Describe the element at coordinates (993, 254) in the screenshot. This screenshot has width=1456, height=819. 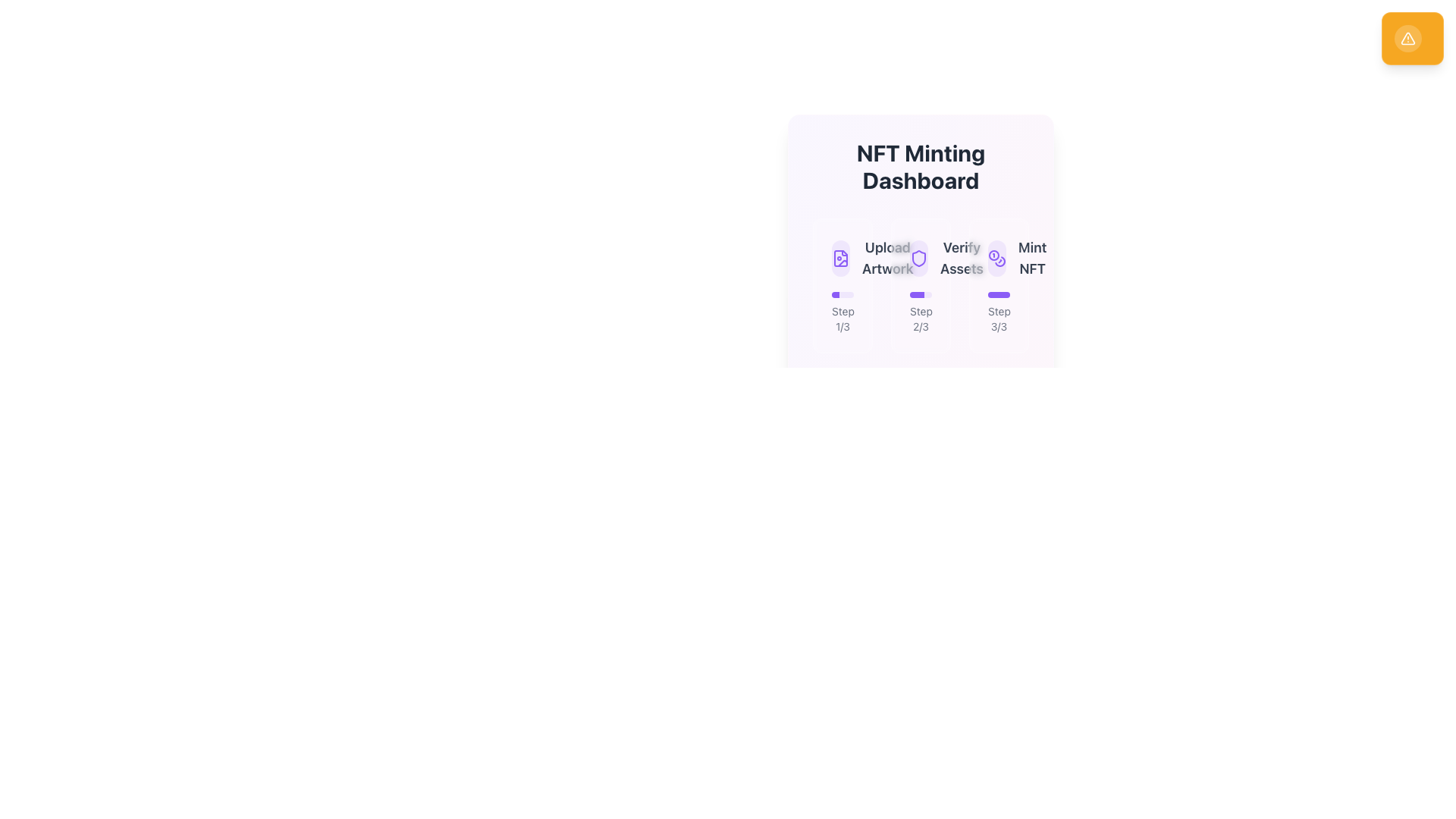
I see `the circular decorative SVG subcomponent that is part of the 'Mint NFT' step within the 'NFT Minting Dashboard' context` at that location.